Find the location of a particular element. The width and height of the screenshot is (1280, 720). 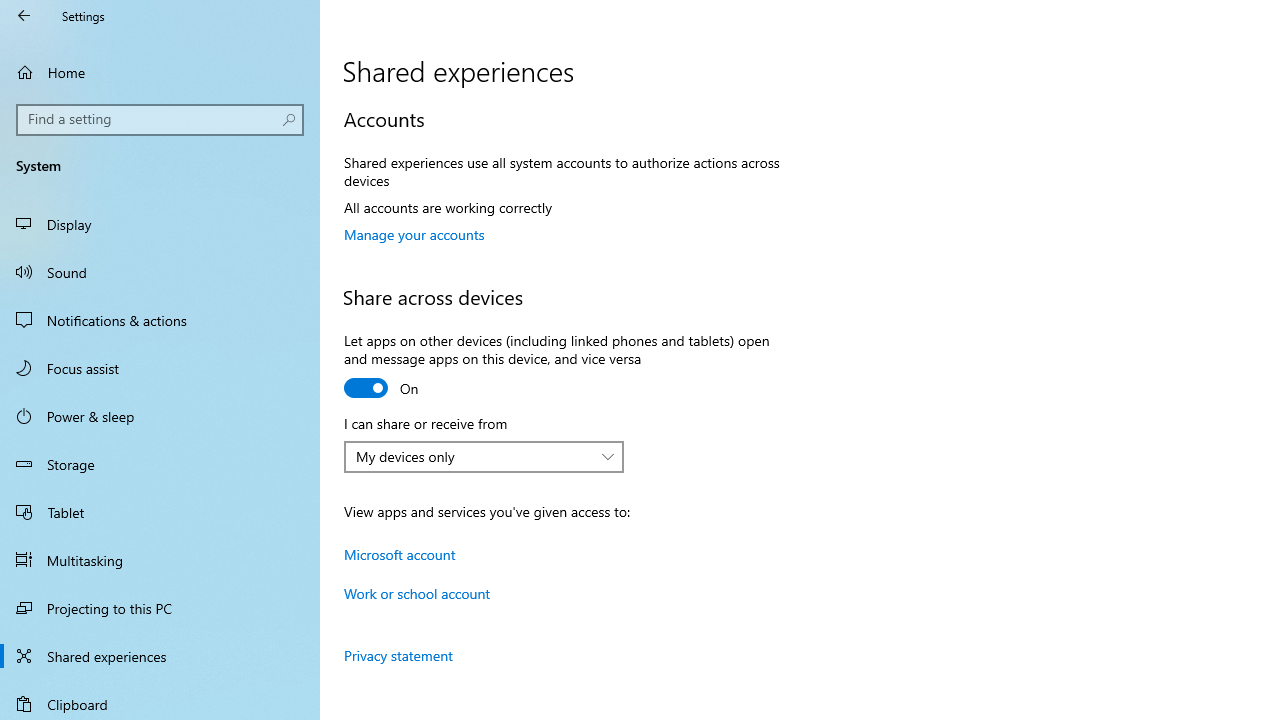

'Home' is located at coordinates (160, 71).